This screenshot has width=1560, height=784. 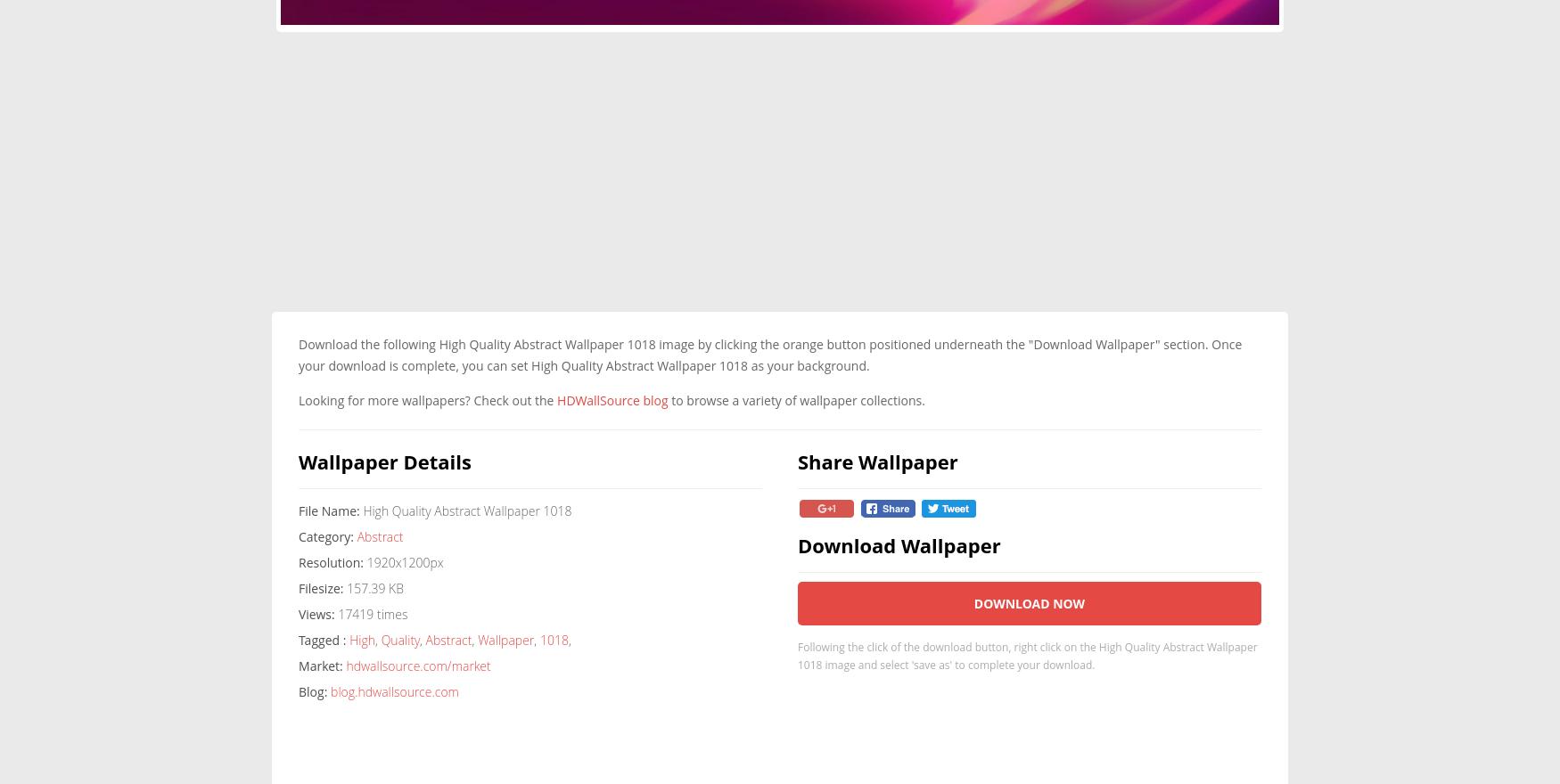 What do you see at coordinates (795, 399) in the screenshot?
I see `'to browse a variety of wallpaper collections.'` at bounding box center [795, 399].